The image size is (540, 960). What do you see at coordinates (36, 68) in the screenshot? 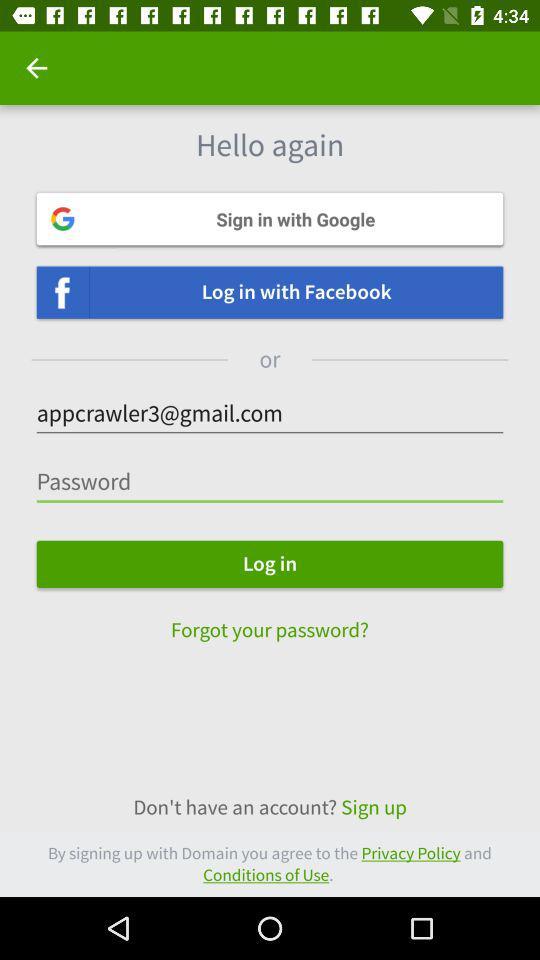
I see `icon at the top left corner` at bounding box center [36, 68].